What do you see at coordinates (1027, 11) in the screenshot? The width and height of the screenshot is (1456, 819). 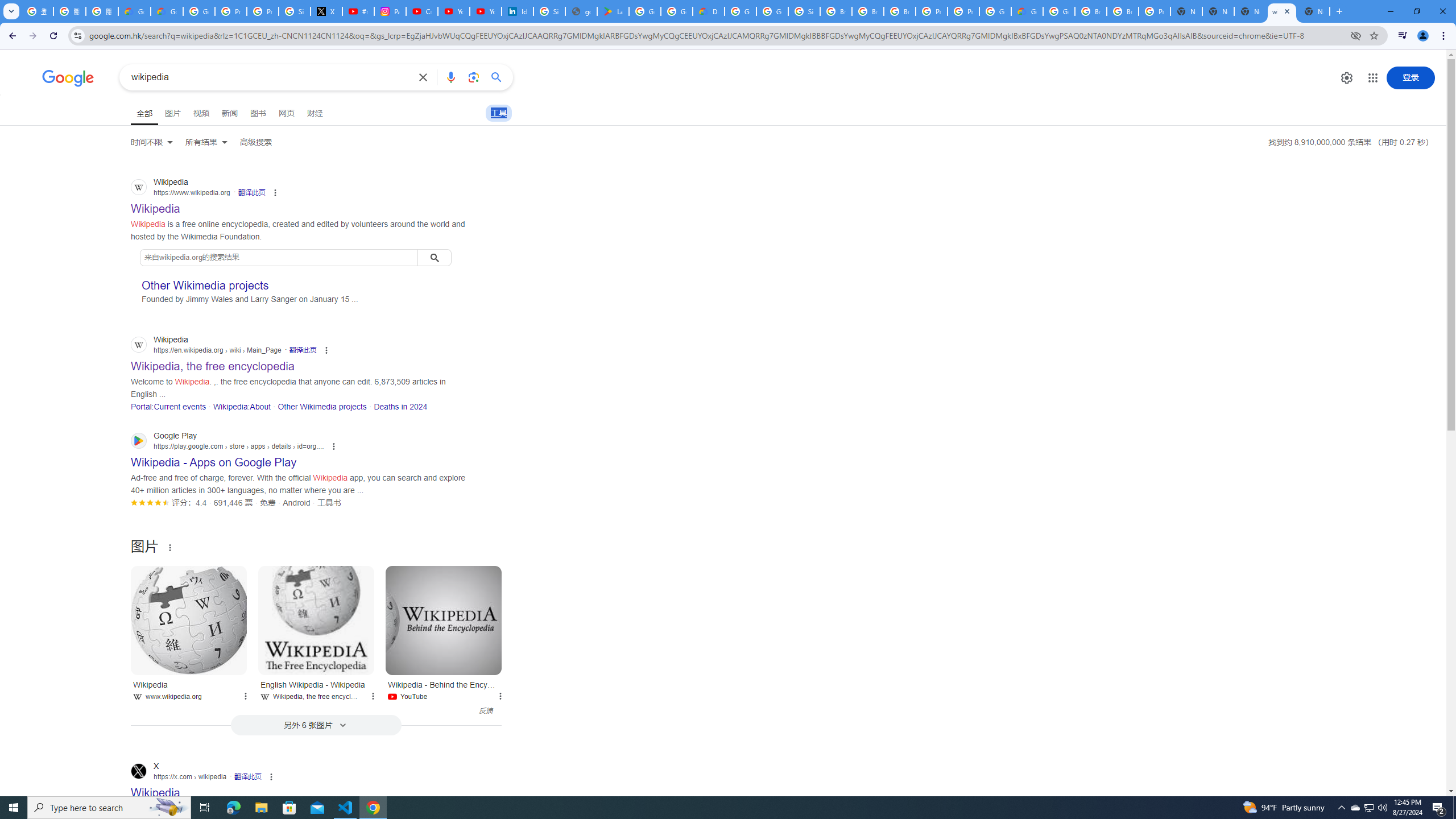 I see `'Google Cloud Estimate Summary'` at bounding box center [1027, 11].